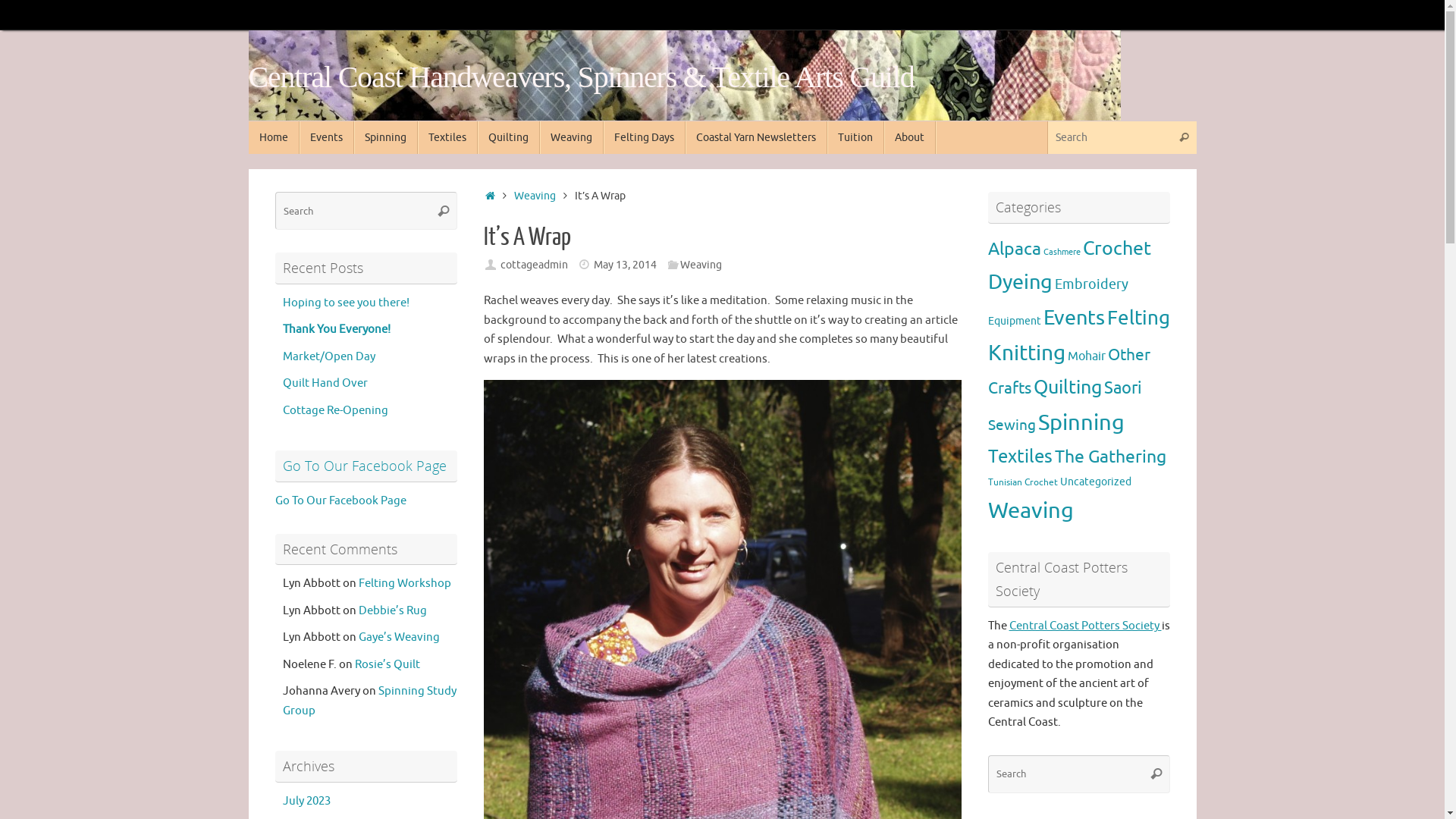  I want to click on 'Equipment', so click(1014, 320).